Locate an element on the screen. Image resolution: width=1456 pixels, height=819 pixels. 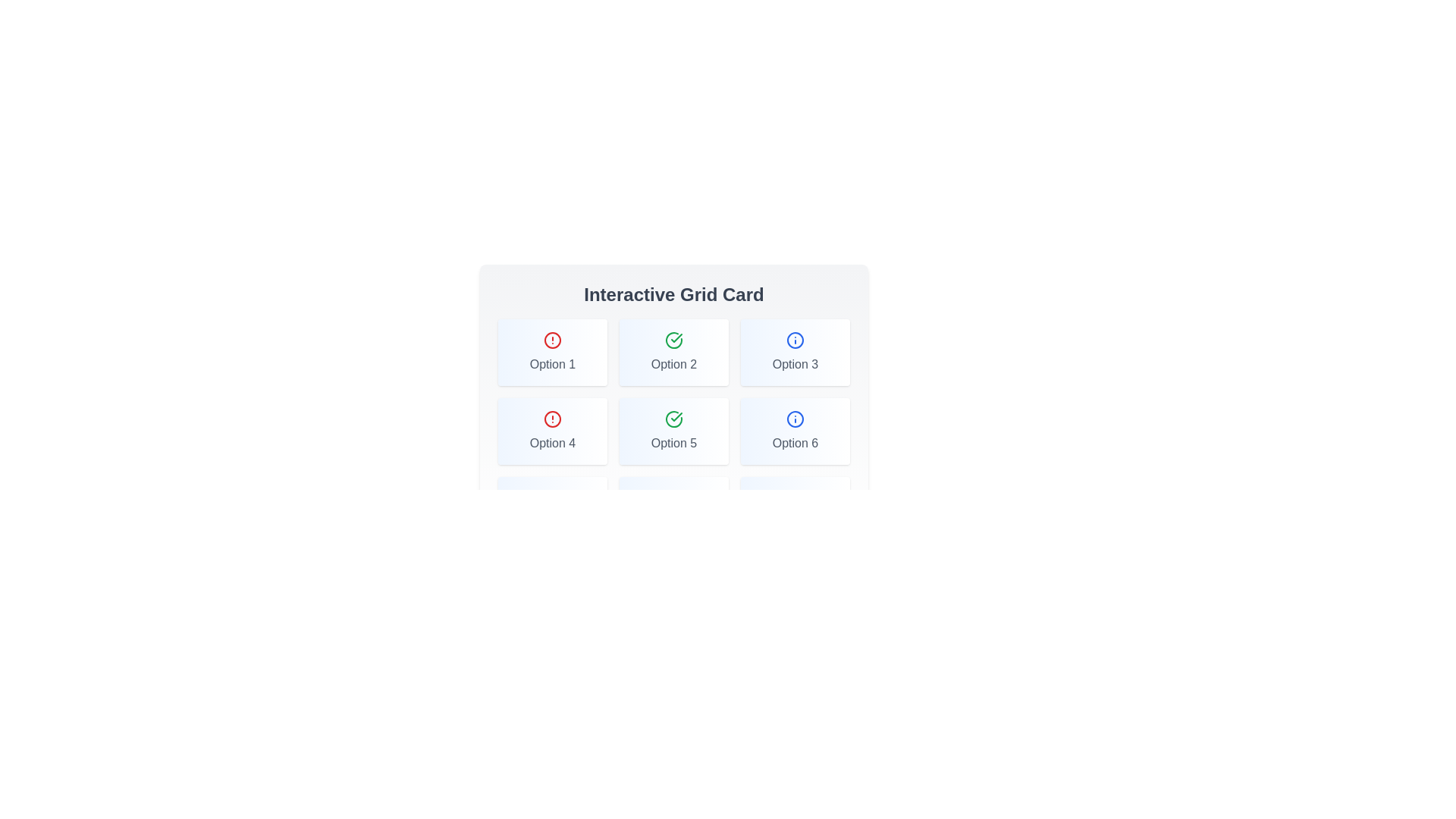
the Circle (SVG) element which serves as a visual indicator for the alert status of 'Option 4' in the grid layout under the 'Interactive Grid Card' is located at coordinates (552, 419).